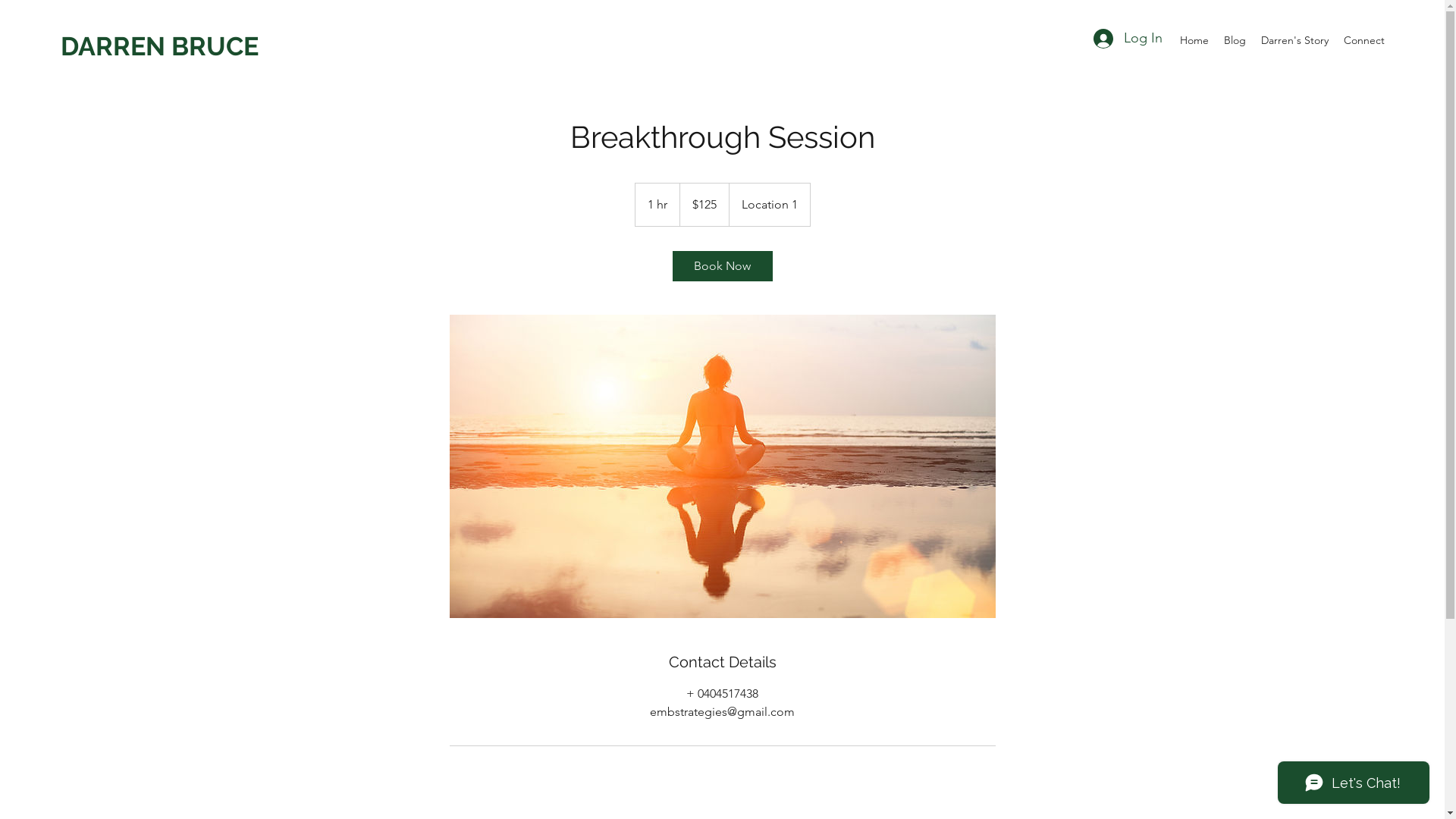 The width and height of the screenshot is (1456, 819). Describe the element at coordinates (1216, 39) in the screenshot. I see `'Blog'` at that location.